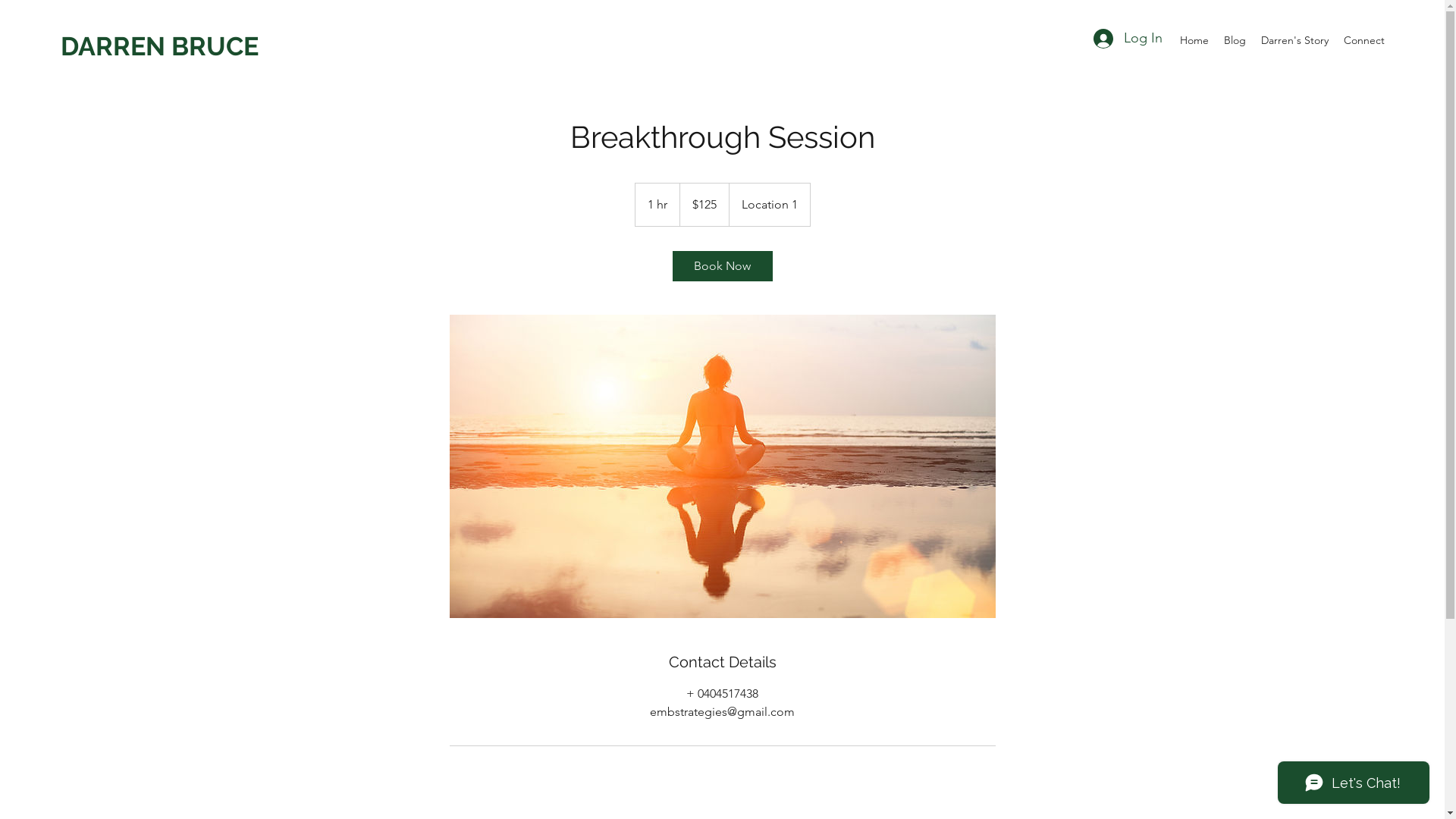 The width and height of the screenshot is (1456, 819). Describe the element at coordinates (1216, 39) in the screenshot. I see `'Blog'` at that location.